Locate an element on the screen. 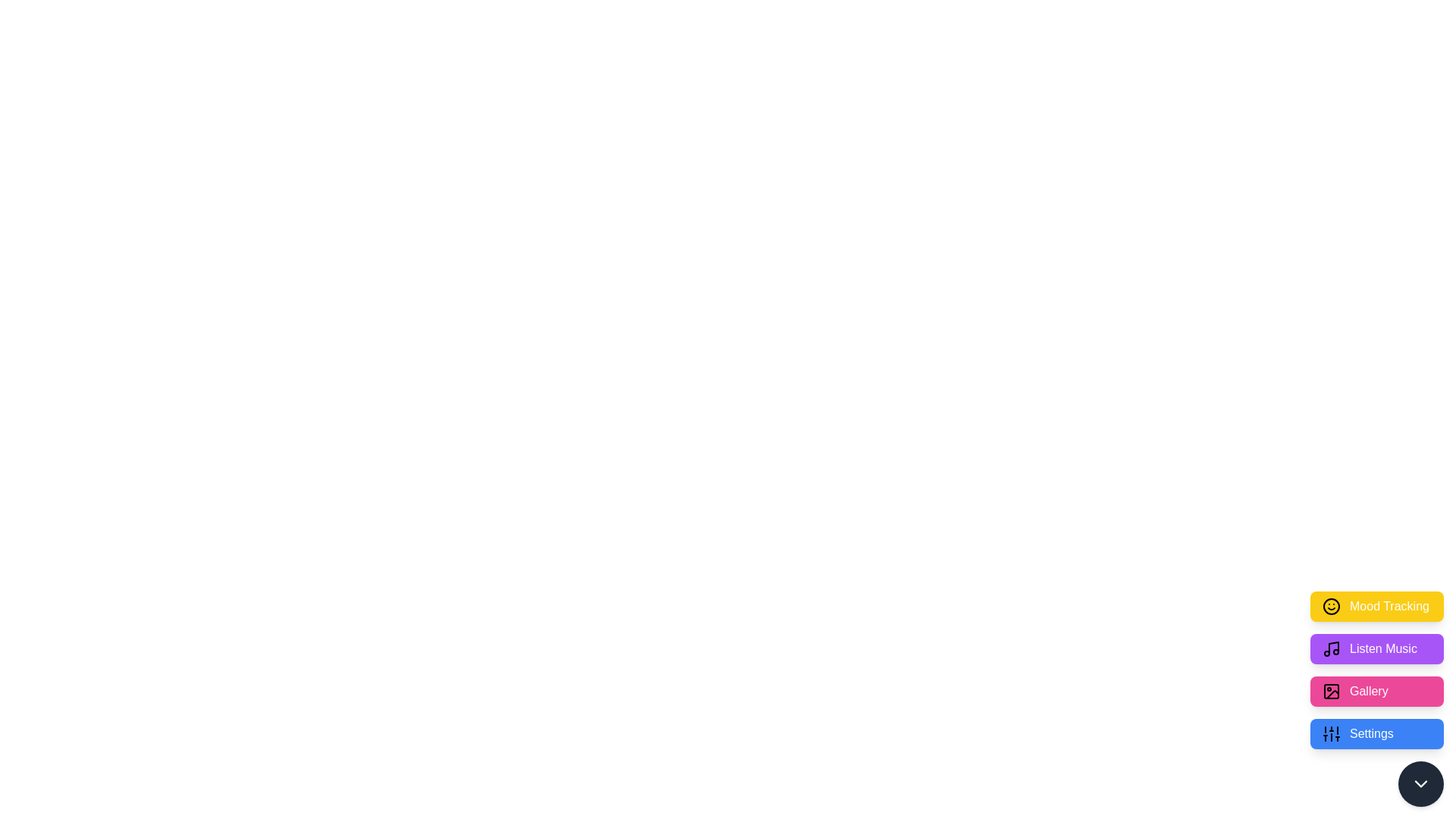 Image resolution: width=1456 pixels, height=819 pixels. the 'Listen Music' button to activate the action is located at coordinates (1376, 648).